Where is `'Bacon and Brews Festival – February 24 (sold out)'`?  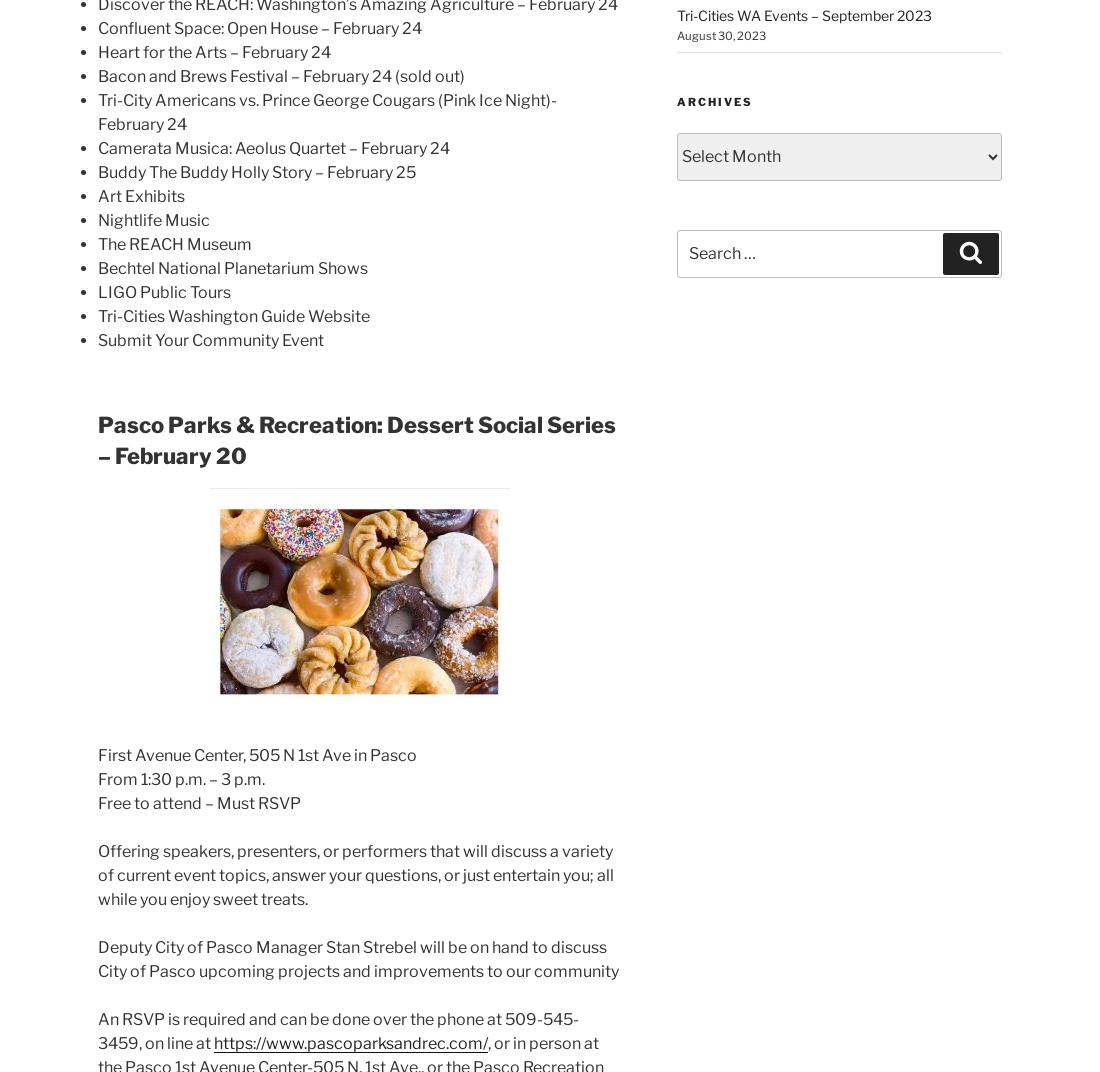
'Bacon and Brews Festival – February 24 (sold out)' is located at coordinates (280, 76).